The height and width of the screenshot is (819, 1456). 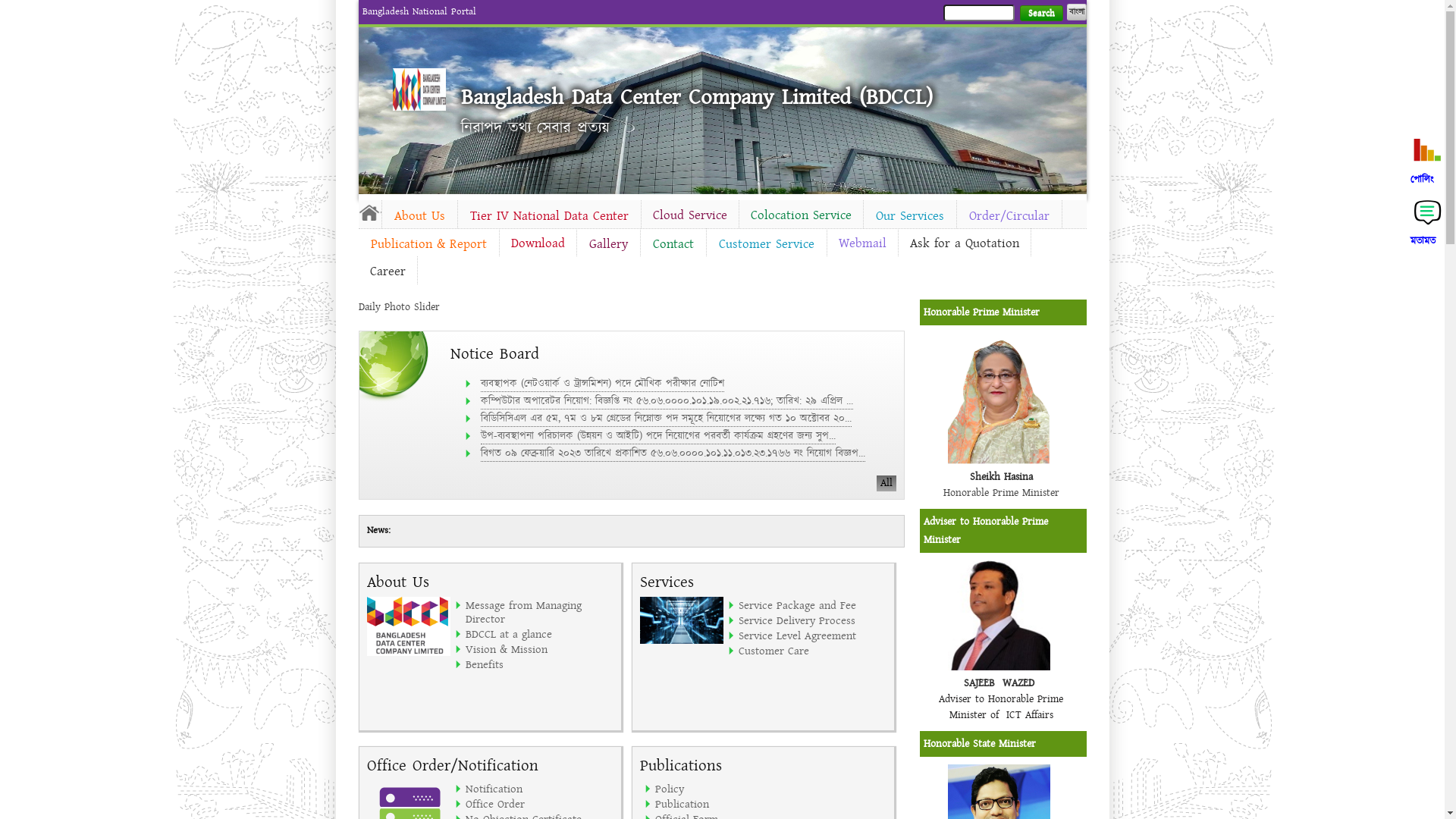 What do you see at coordinates (861, 242) in the screenshot?
I see `'Webmail'` at bounding box center [861, 242].